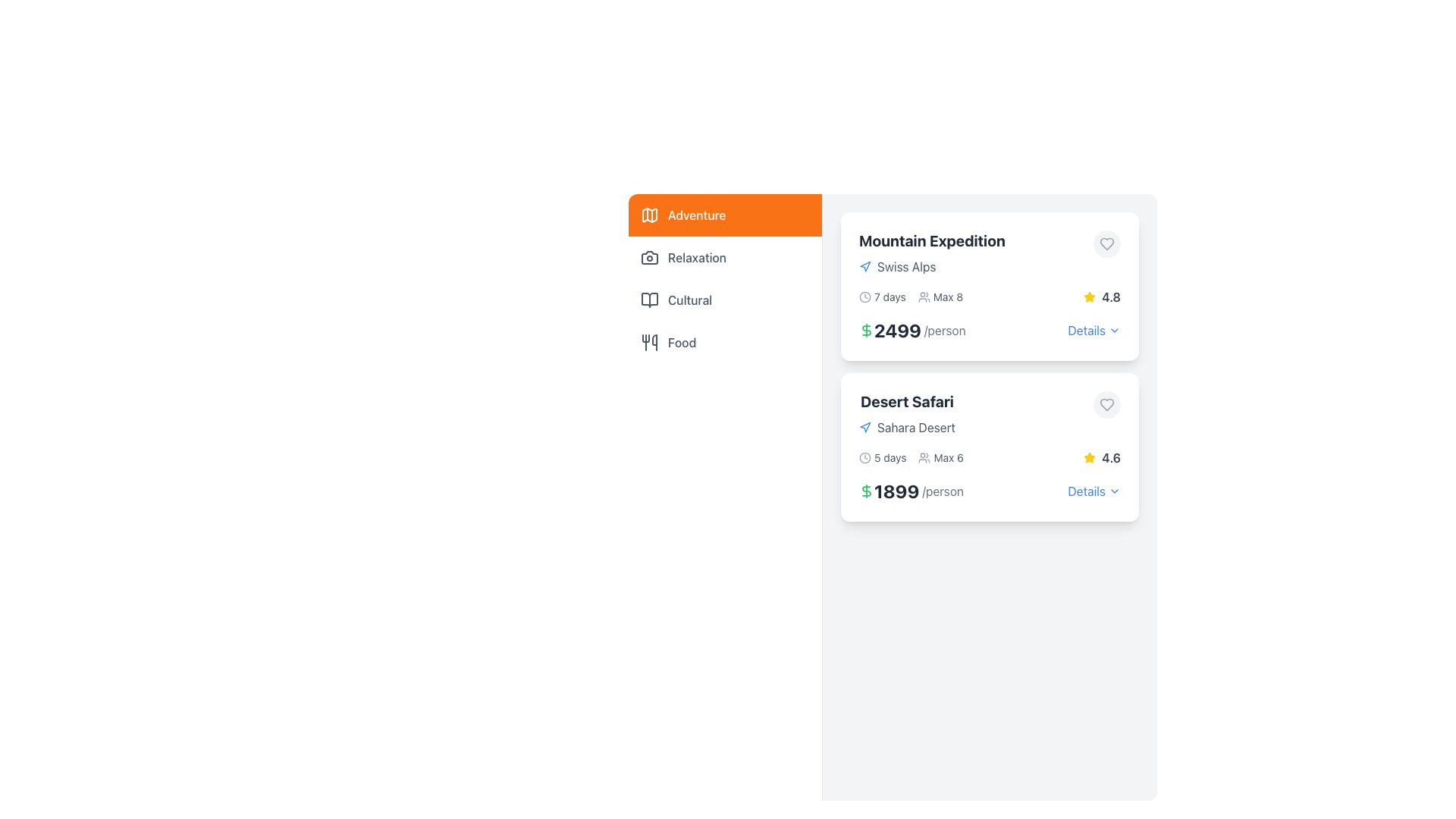  What do you see at coordinates (944, 329) in the screenshot?
I see `the text label that indicates the price is for a single person, located to the right of the '2499' price in the first card under 'Mountain Expedition'` at bounding box center [944, 329].